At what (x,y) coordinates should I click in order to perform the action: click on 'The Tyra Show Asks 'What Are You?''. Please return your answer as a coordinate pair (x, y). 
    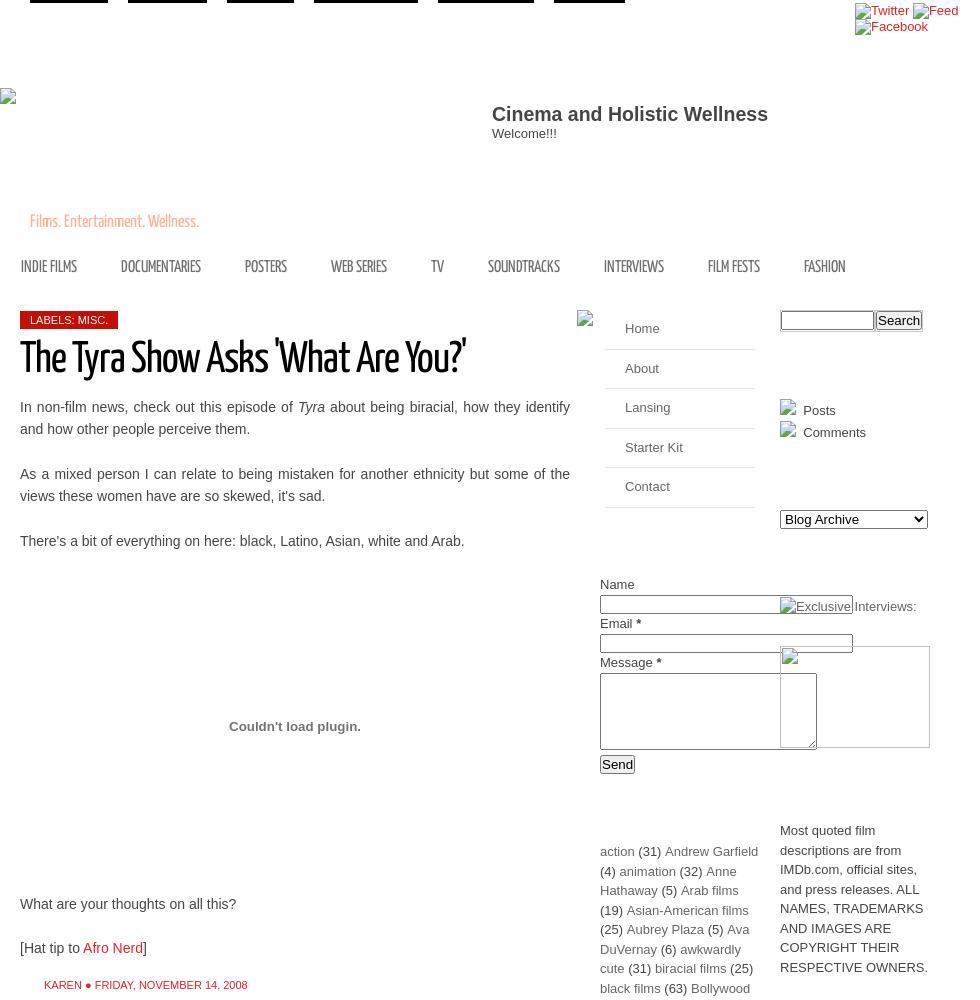
    Looking at the image, I should click on (243, 358).